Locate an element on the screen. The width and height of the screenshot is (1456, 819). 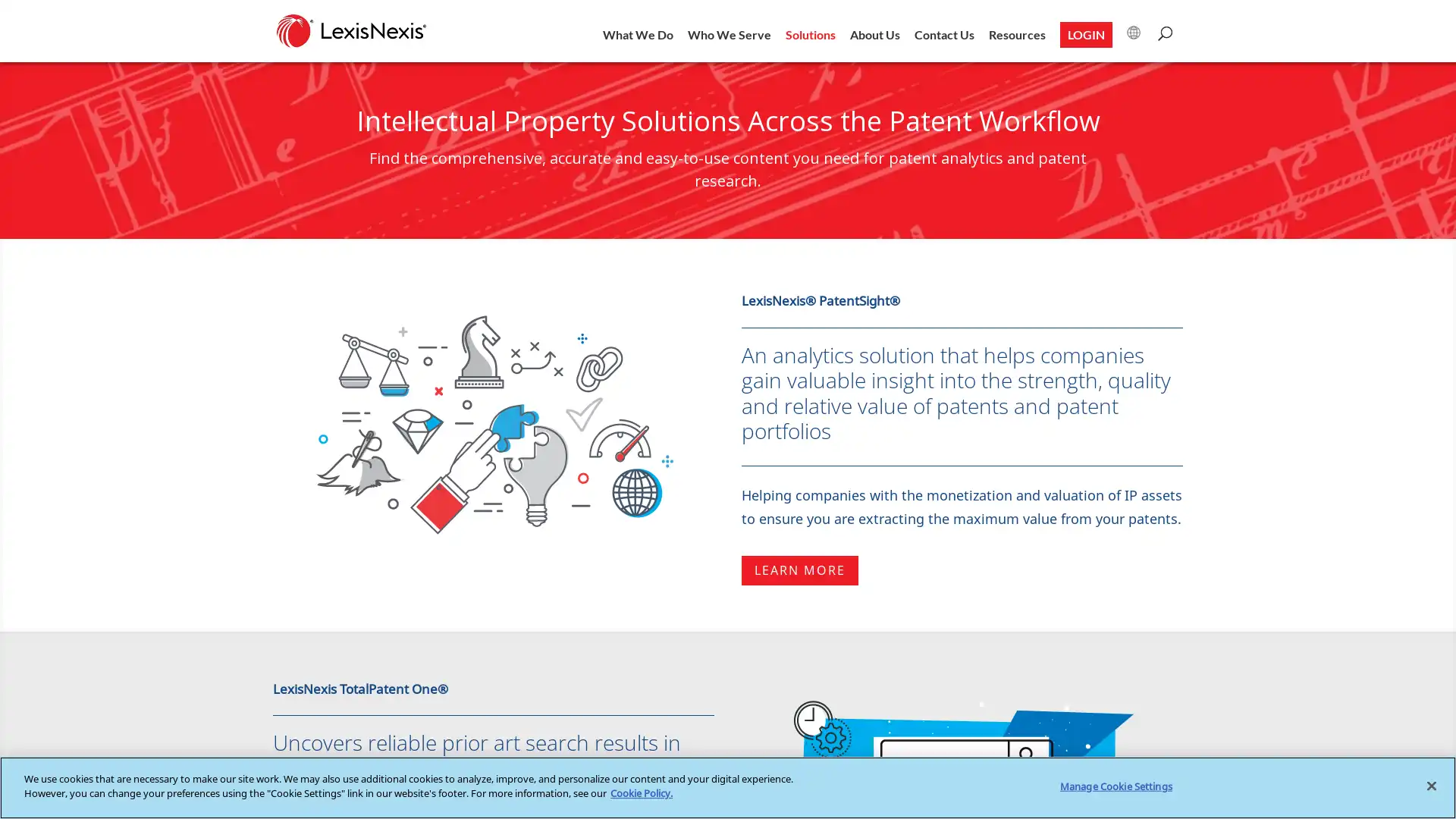
Close is located at coordinates (1430, 785).